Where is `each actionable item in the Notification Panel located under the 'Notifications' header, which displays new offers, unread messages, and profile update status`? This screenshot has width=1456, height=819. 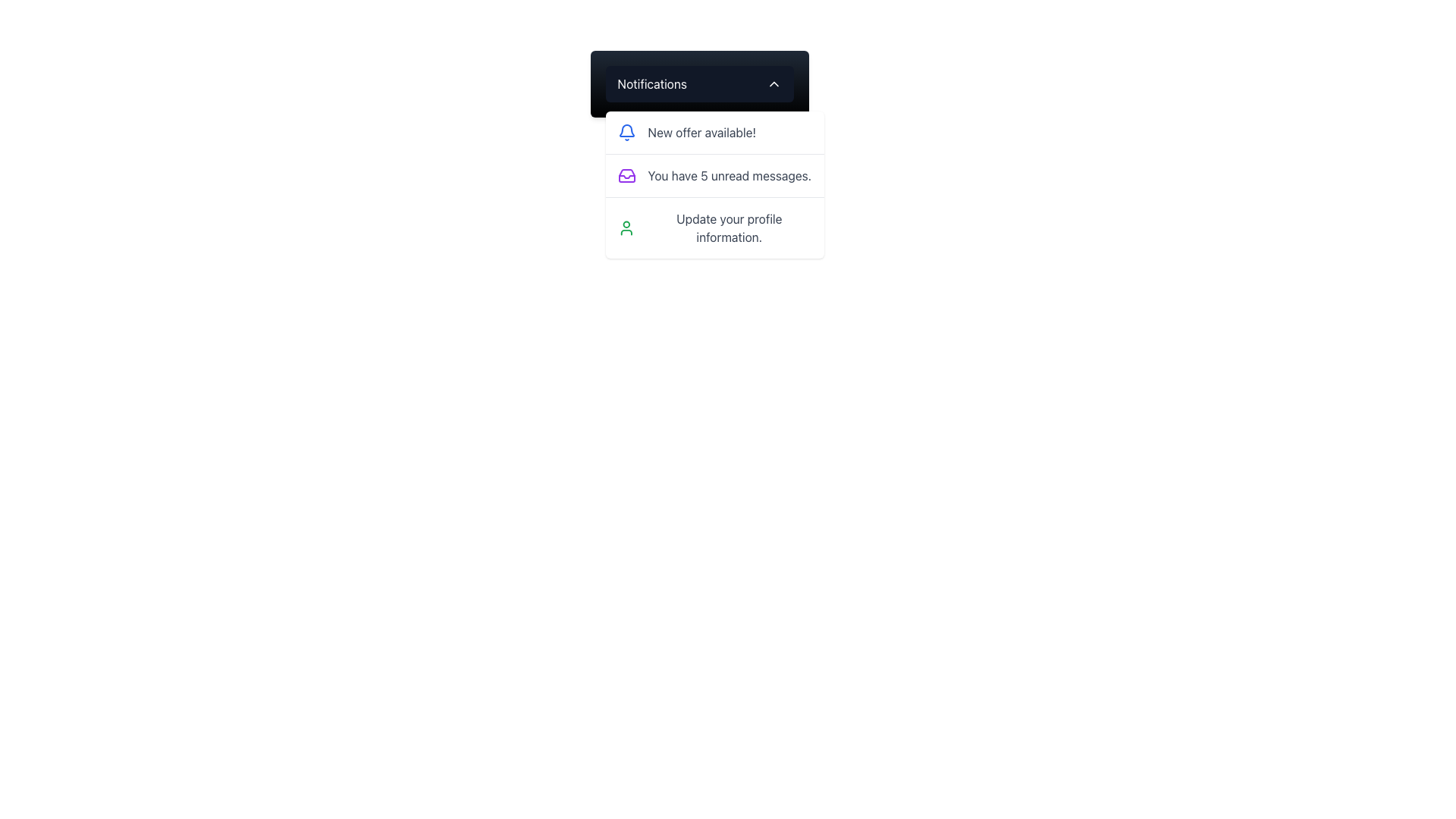
each actionable item in the Notification Panel located under the 'Notifications' header, which displays new offers, unread messages, and profile update status is located at coordinates (714, 184).